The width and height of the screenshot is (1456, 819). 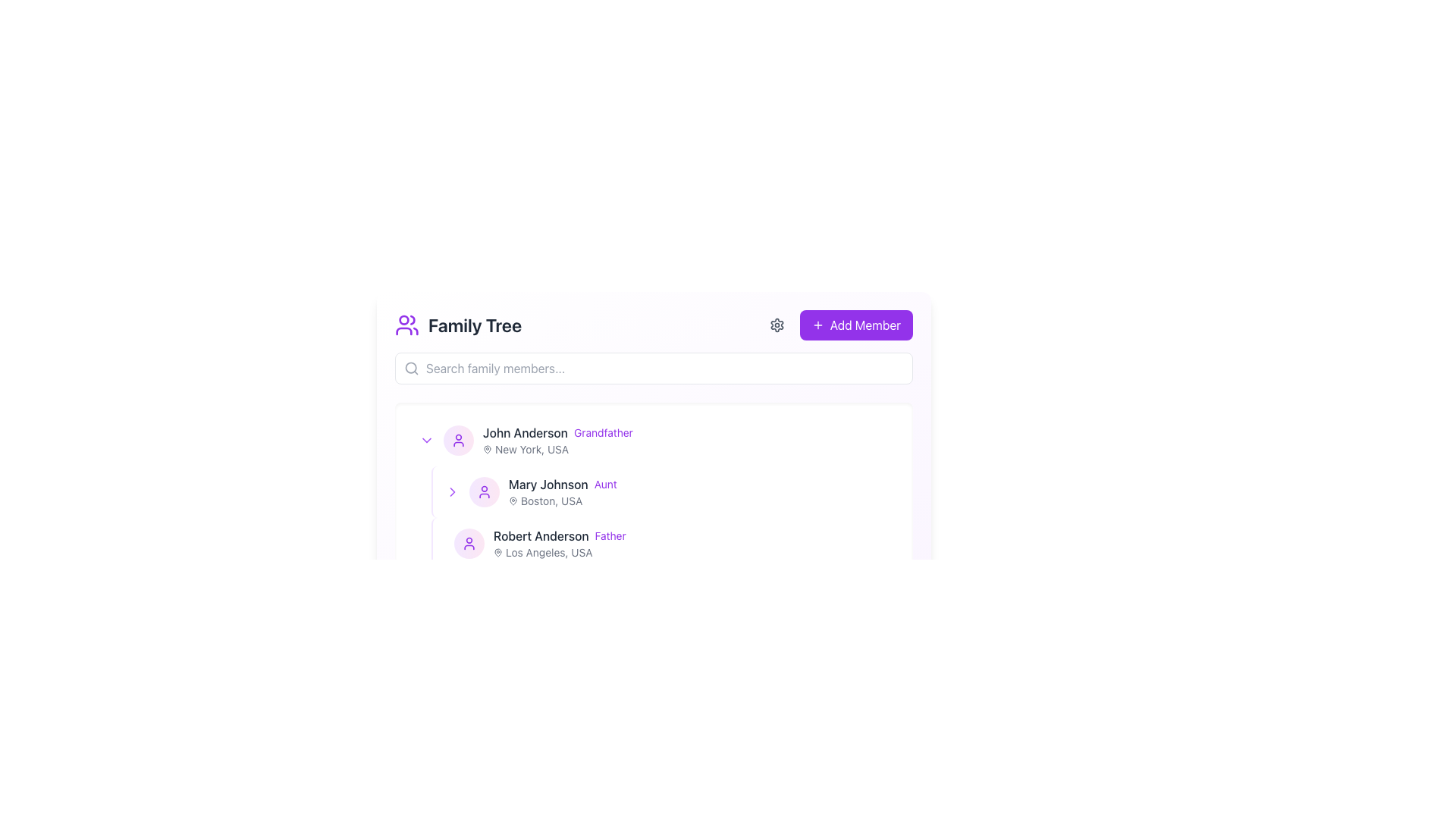 What do you see at coordinates (457, 441) in the screenshot?
I see `the circular icon with a gradient background and a user profile glyph located to the left of the 'John Anderson' text in the family tree entry` at bounding box center [457, 441].